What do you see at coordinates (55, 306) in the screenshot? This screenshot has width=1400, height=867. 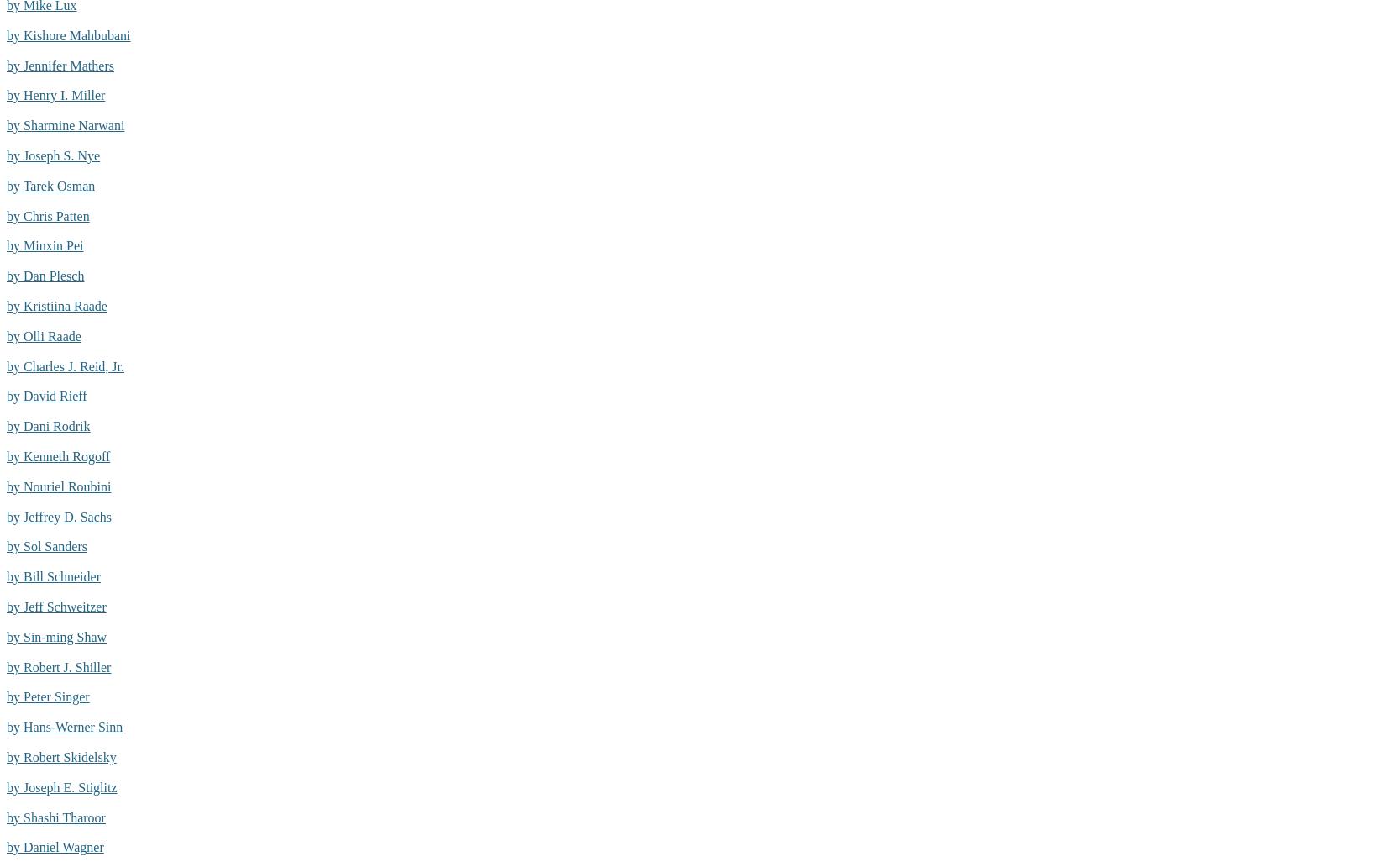 I see `'by Kristiina Raade'` at bounding box center [55, 306].